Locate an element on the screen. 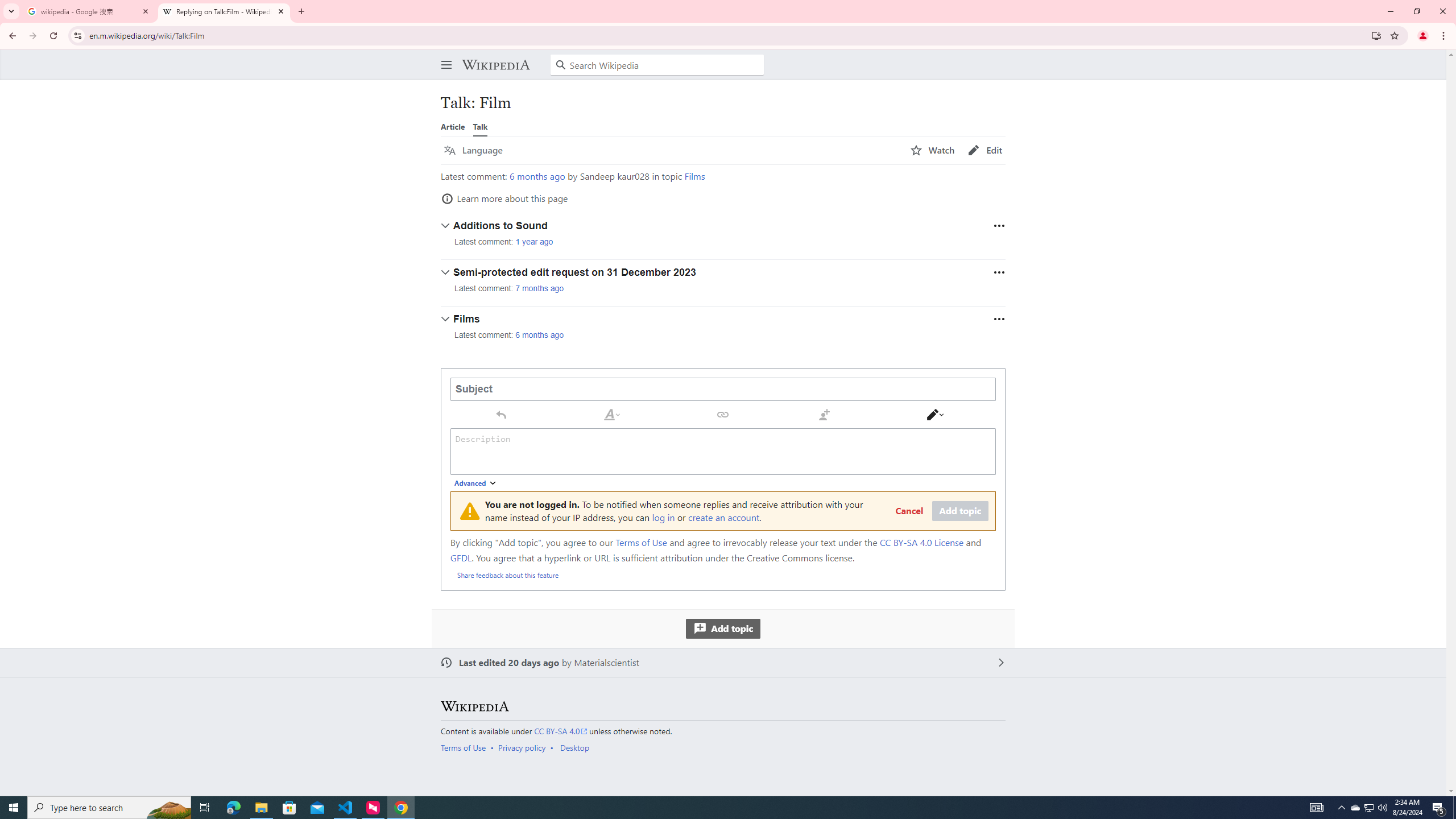 The image size is (1456, 819). 'Article' is located at coordinates (452, 126).